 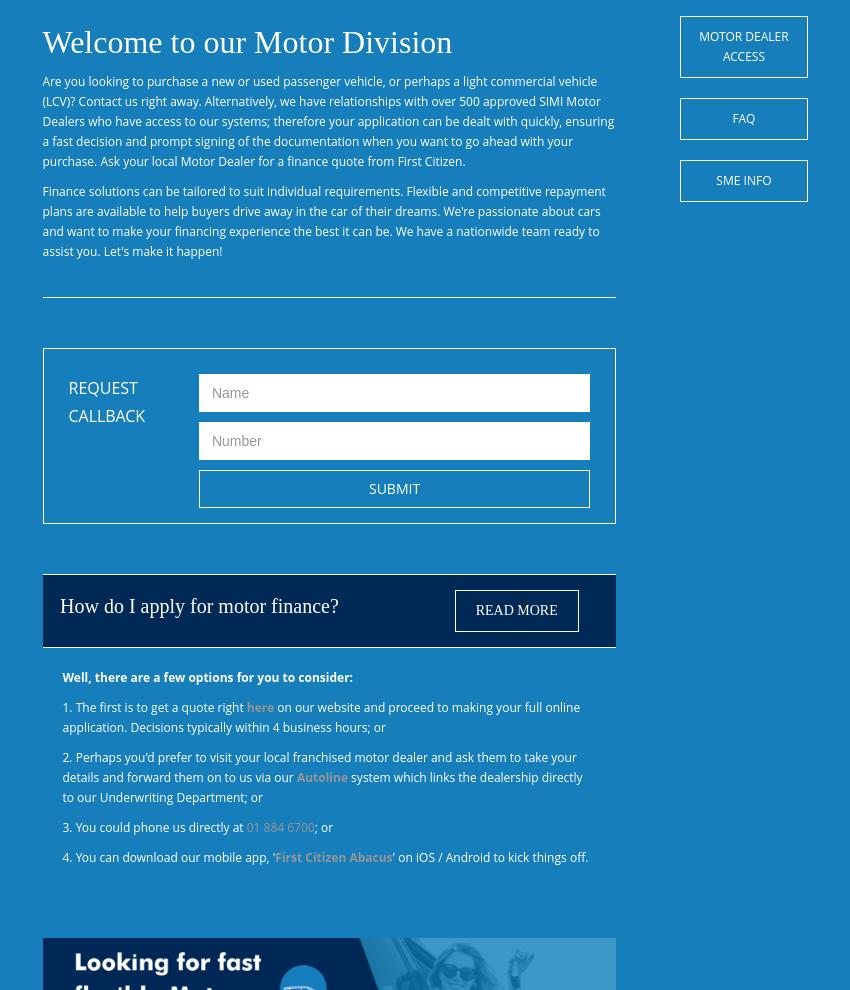 I want to click on 'here', so click(x=259, y=706).